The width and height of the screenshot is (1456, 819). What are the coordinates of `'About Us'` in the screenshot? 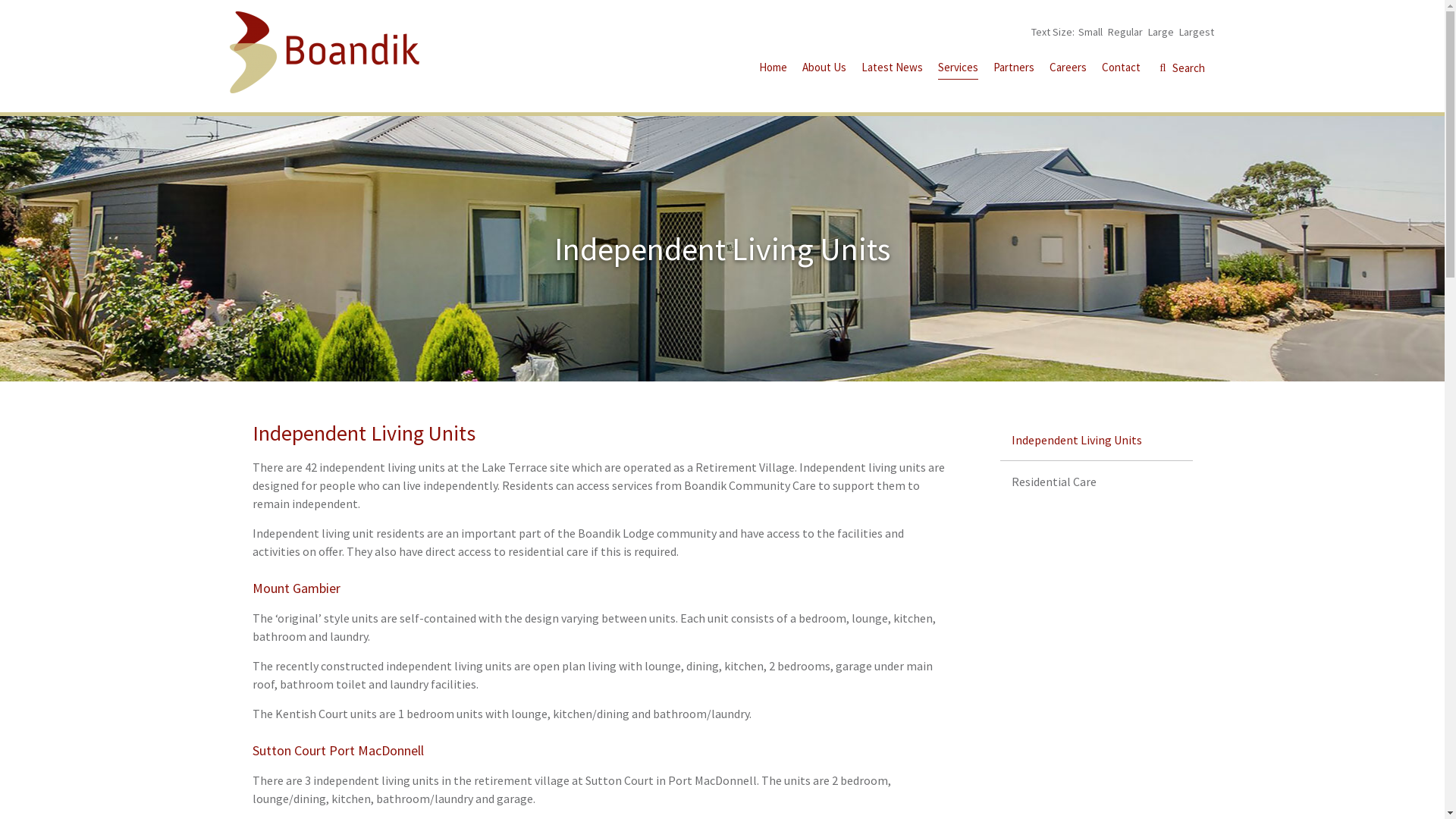 It's located at (823, 69).